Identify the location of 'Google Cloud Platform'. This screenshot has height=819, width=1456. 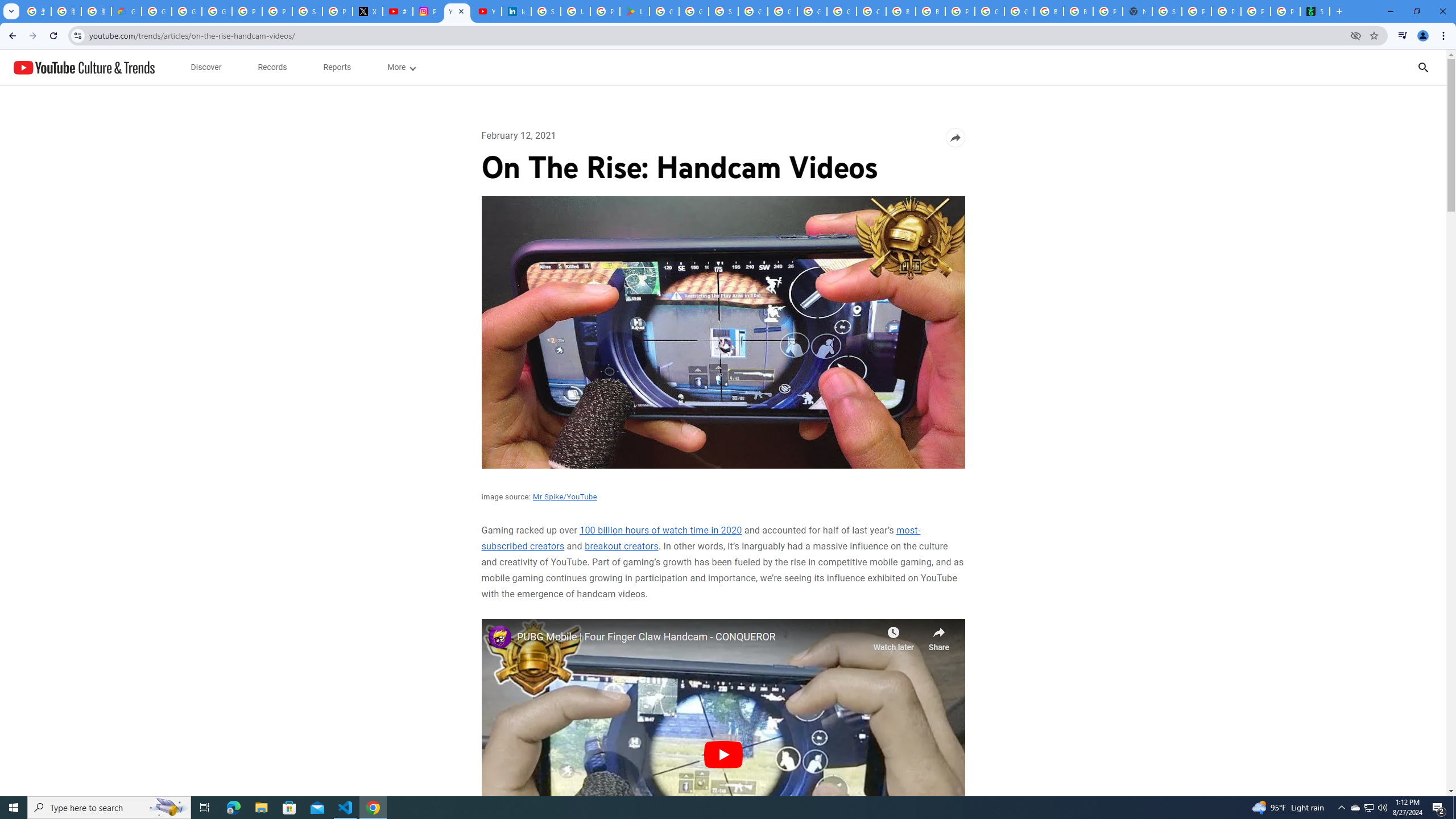
(988, 11).